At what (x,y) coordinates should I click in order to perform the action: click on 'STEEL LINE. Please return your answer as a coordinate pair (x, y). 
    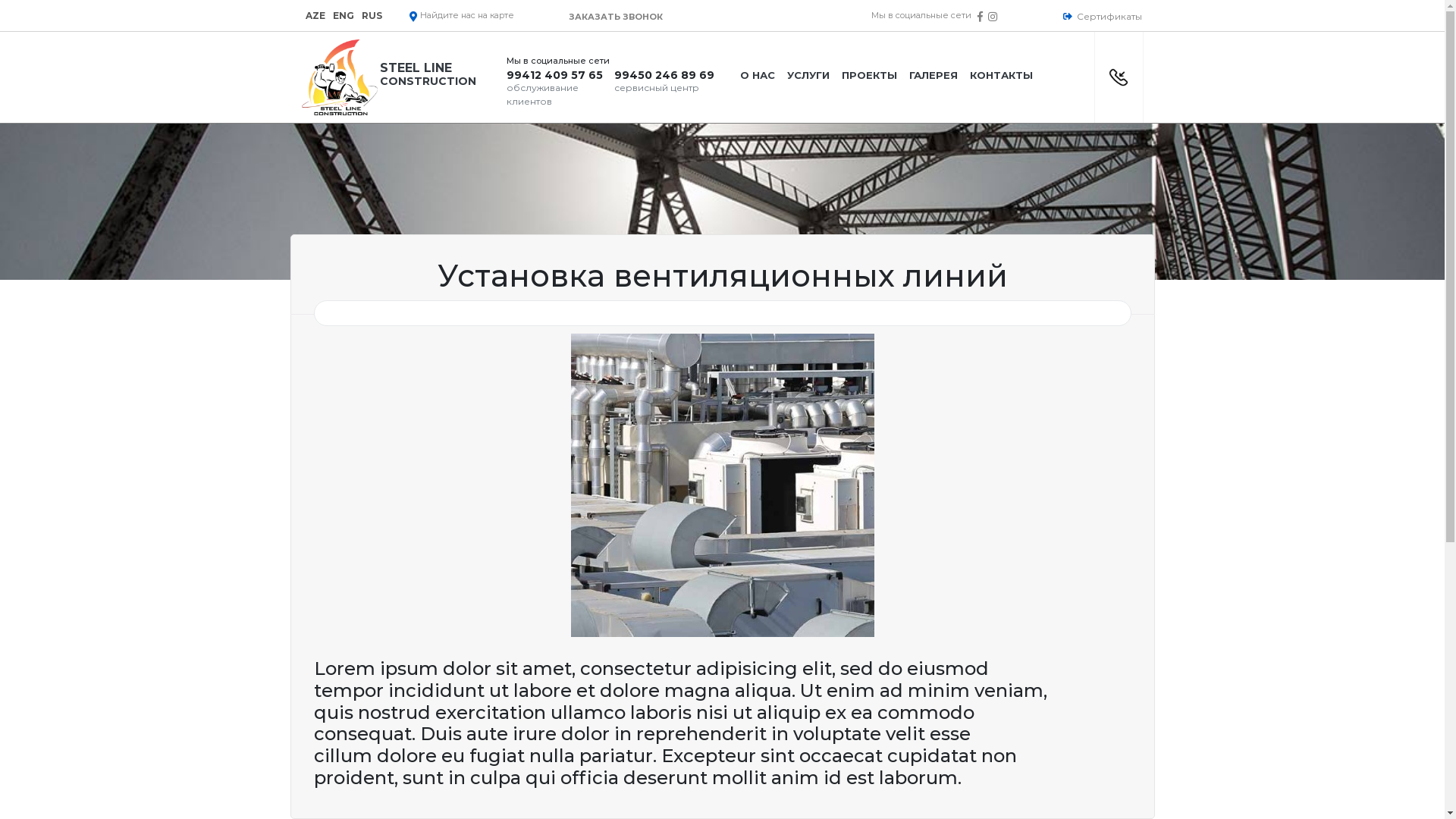
    Looking at the image, I should click on (397, 77).